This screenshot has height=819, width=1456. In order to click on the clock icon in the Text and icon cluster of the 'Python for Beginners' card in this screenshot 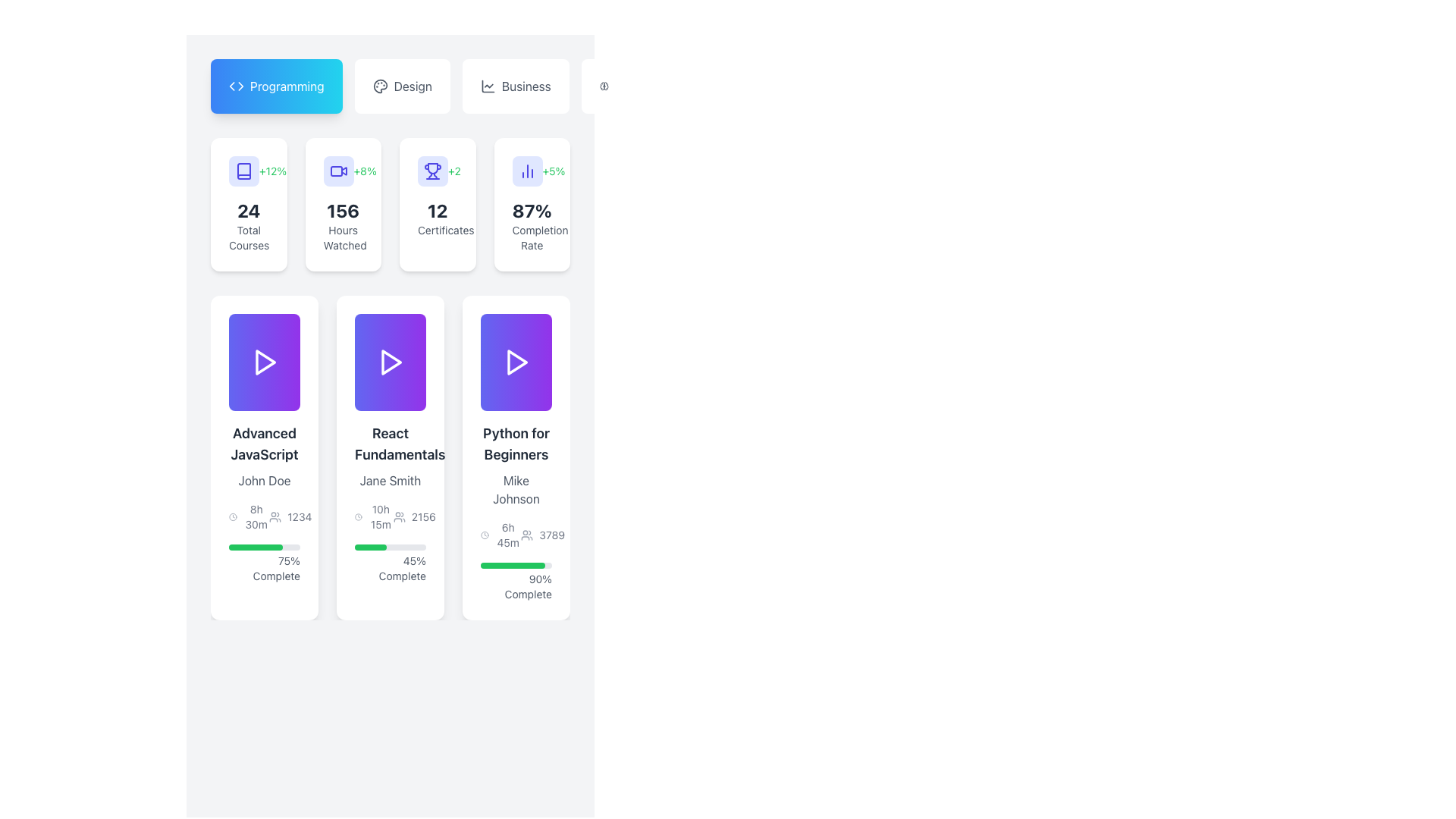, I will do `click(516, 534)`.